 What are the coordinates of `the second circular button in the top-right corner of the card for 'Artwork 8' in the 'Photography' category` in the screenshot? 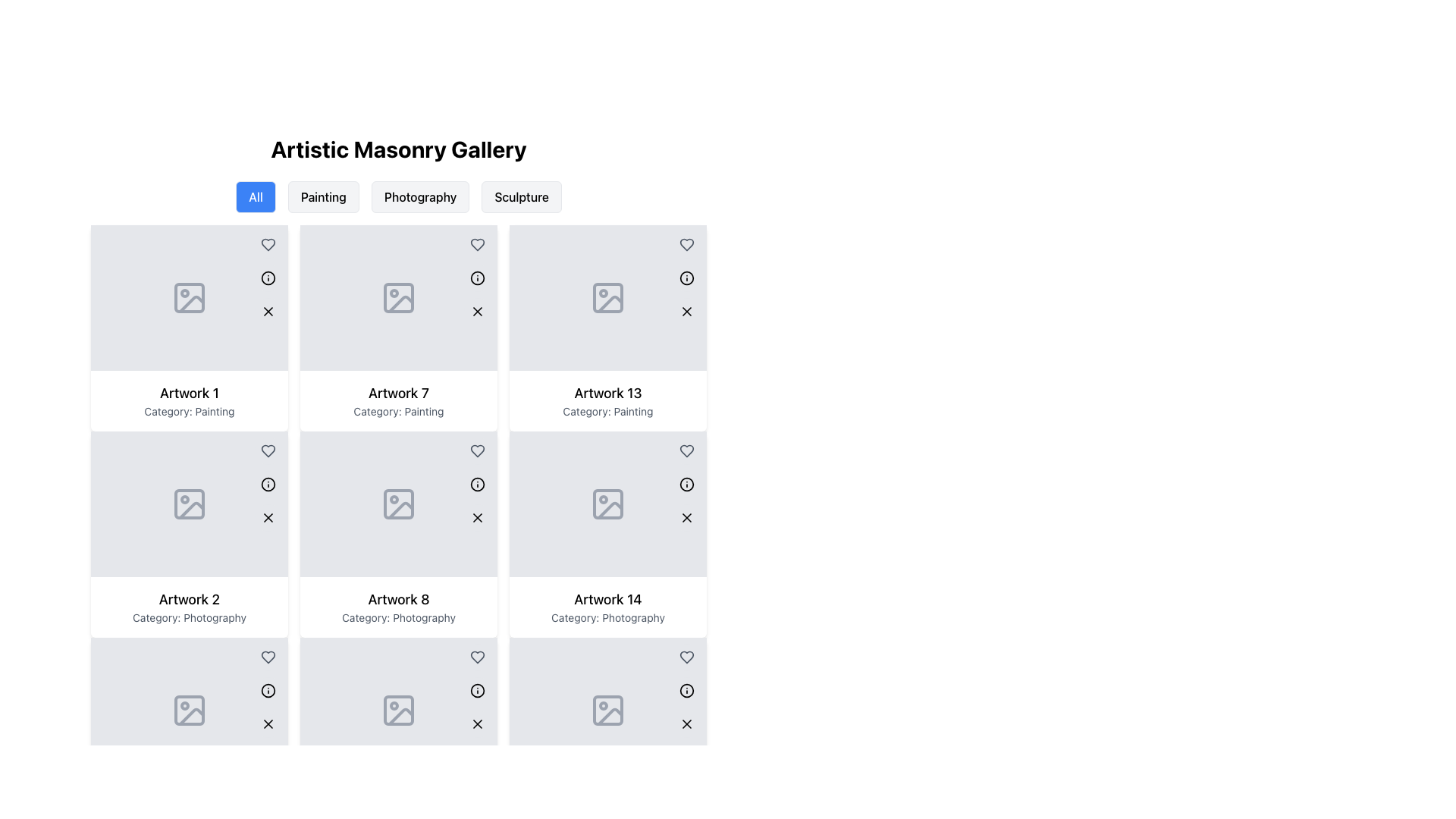 It's located at (476, 690).